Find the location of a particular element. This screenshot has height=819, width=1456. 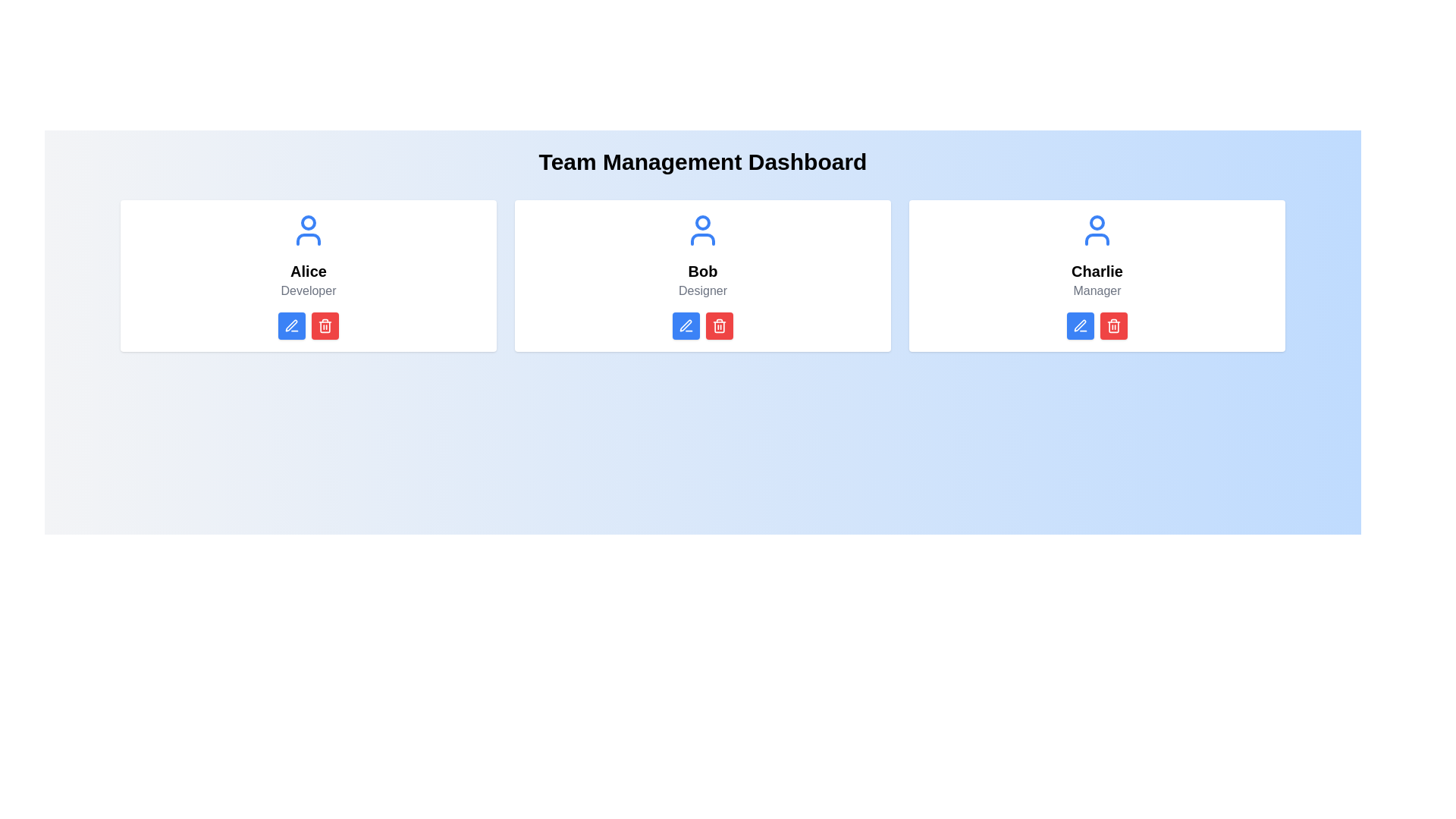

the blue button containing the pen icon, which is located beneath the text block displaying 'Bob' and 'Designer' in the middle card of the three cards is located at coordinates (686, 325).